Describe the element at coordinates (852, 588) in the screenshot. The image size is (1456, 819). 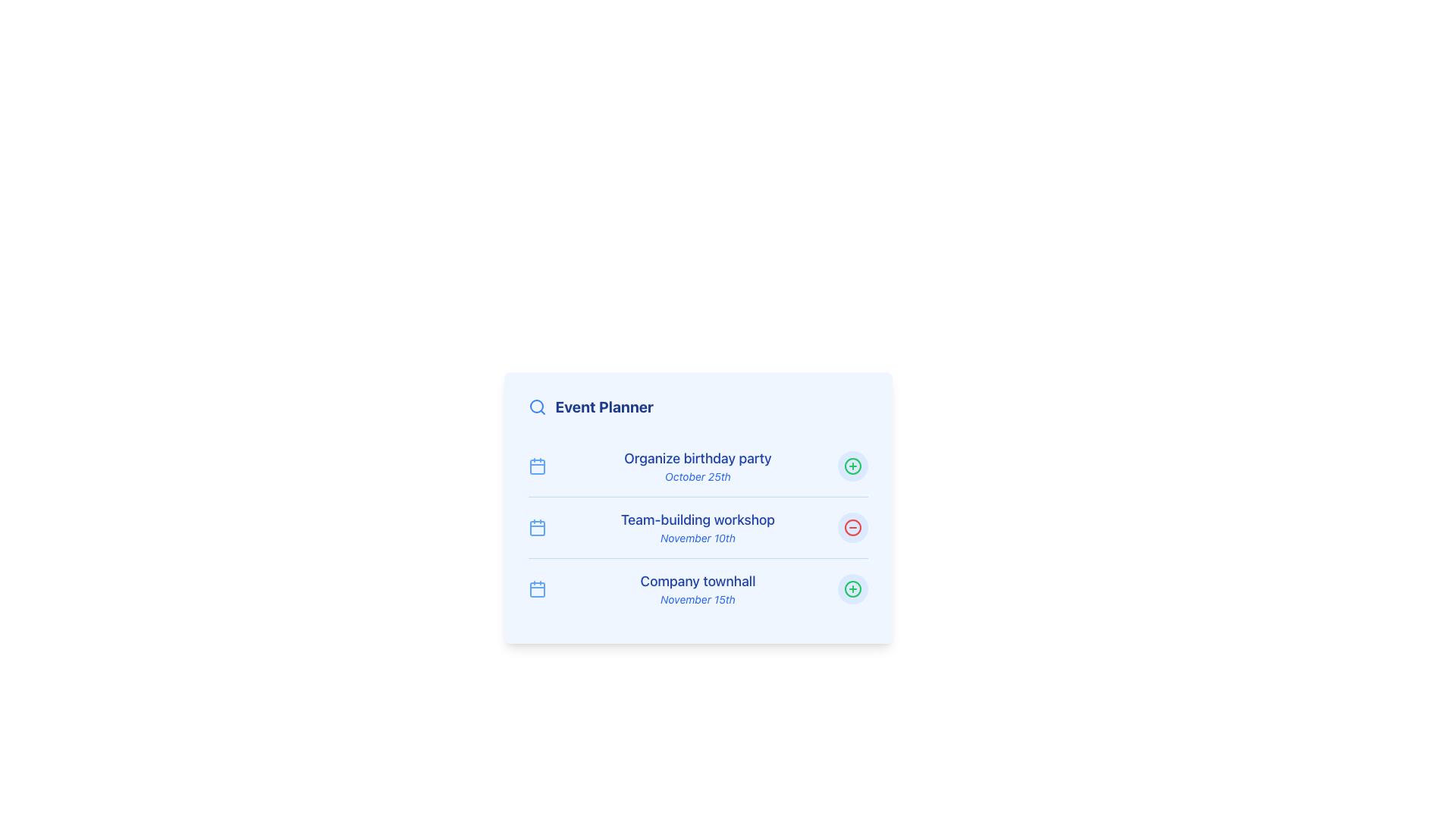
I see `the circular icon with a green border that is part of the 'circle-plus' button located to the right of the 'Organize birthday party' text item` at that location.